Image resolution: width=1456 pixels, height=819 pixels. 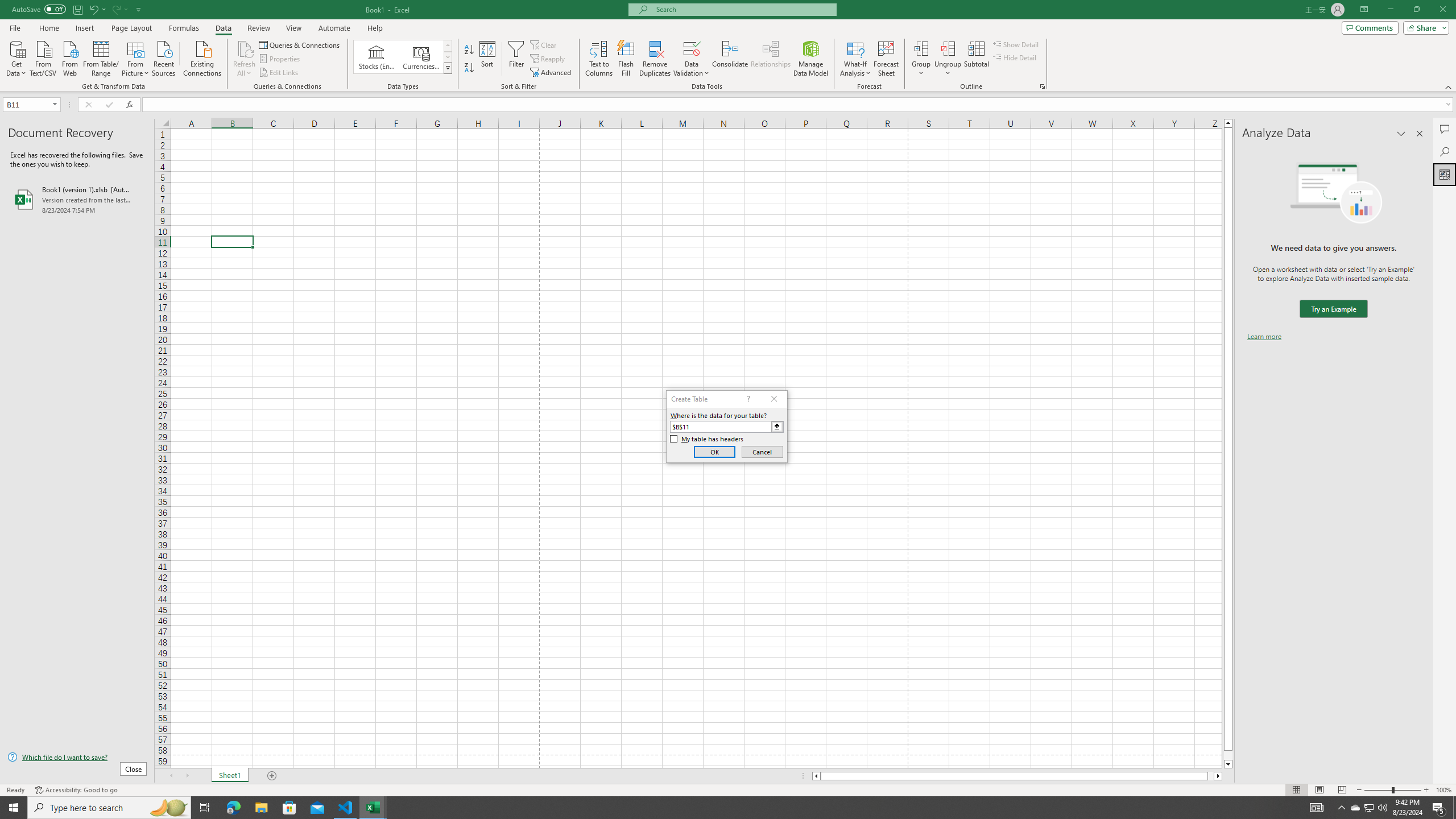 What do you see at coordinates (515, 59) in the screenshot?
I see `'Filter'` at bounding box center [515, 59].